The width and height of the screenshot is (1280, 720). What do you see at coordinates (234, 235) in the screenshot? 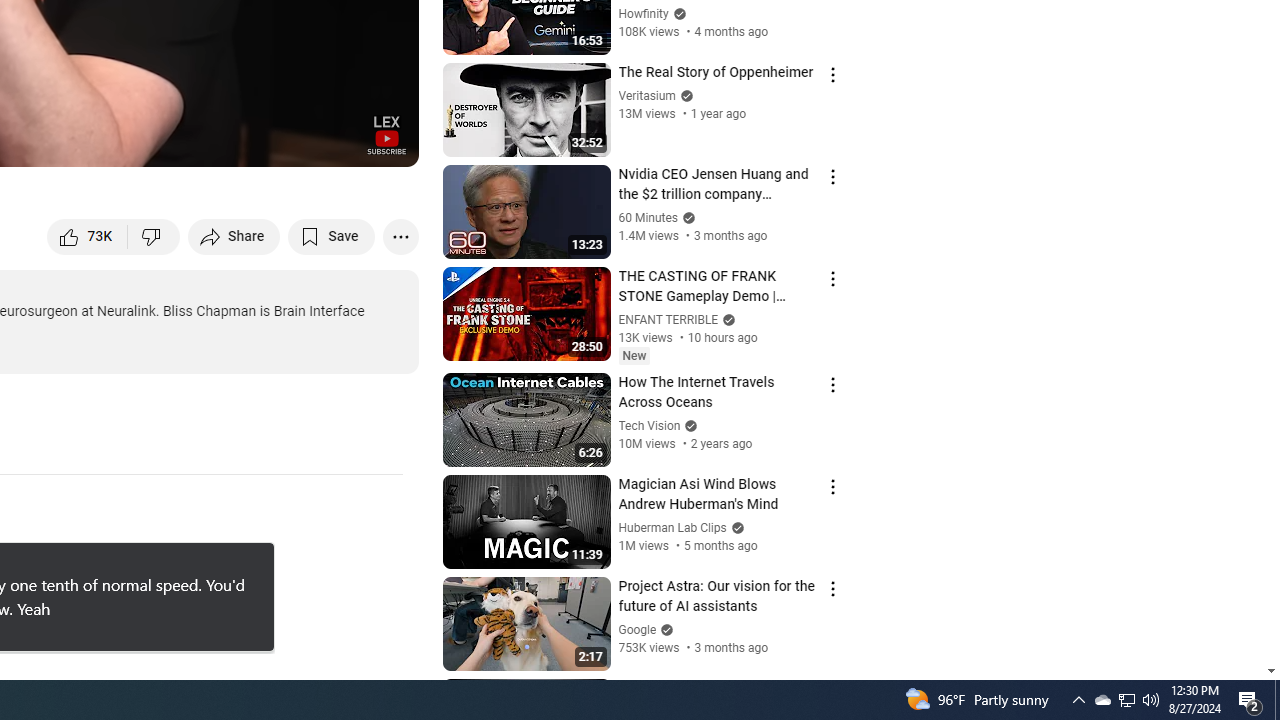
I see `'Share'` at bounding box center [234, 235].